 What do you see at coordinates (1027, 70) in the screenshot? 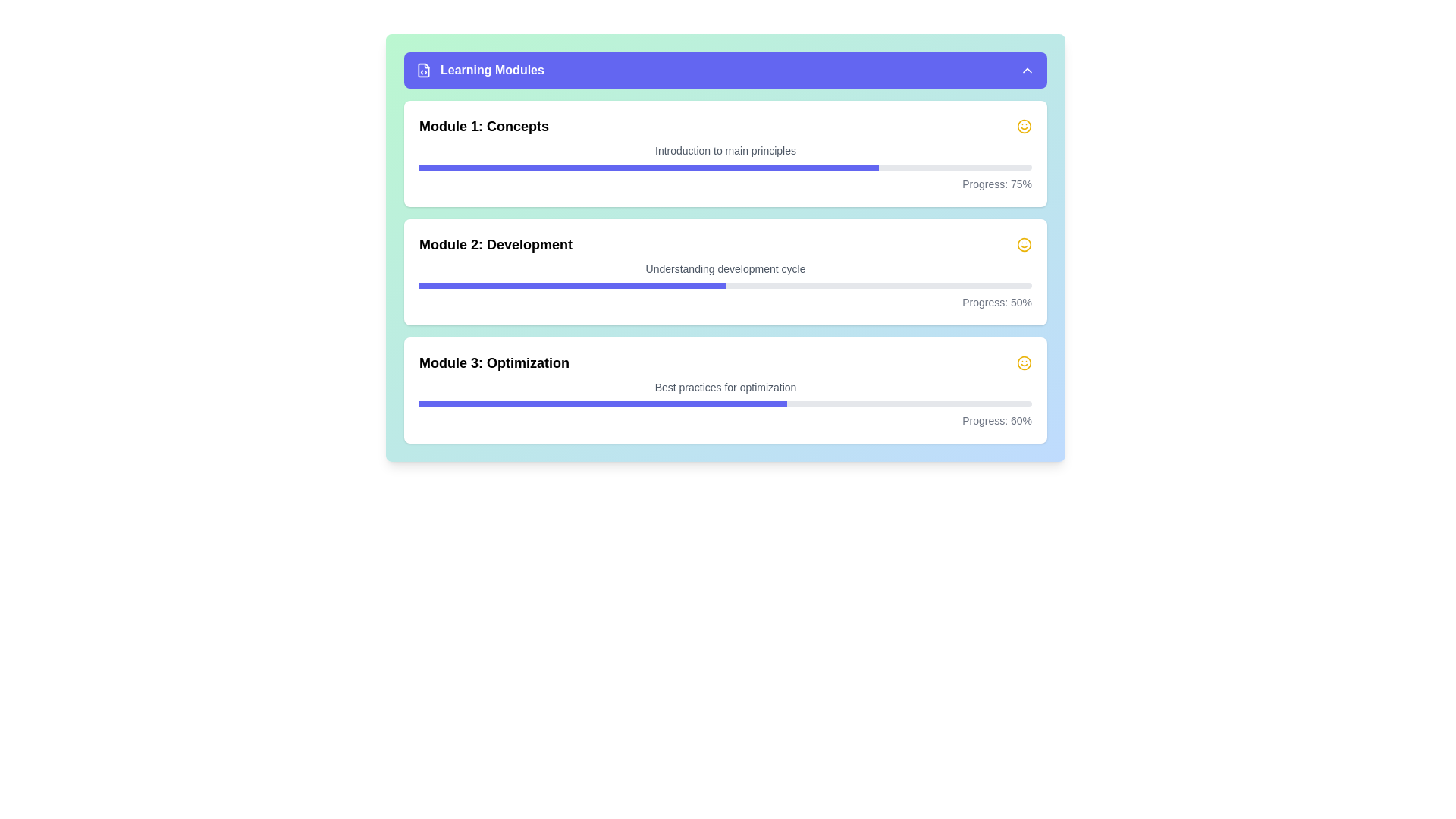
I see `the upward-facing chevron icon located in the top-right corner of the purple 'Learning Modules' header` at bounding box center [1027, 70].